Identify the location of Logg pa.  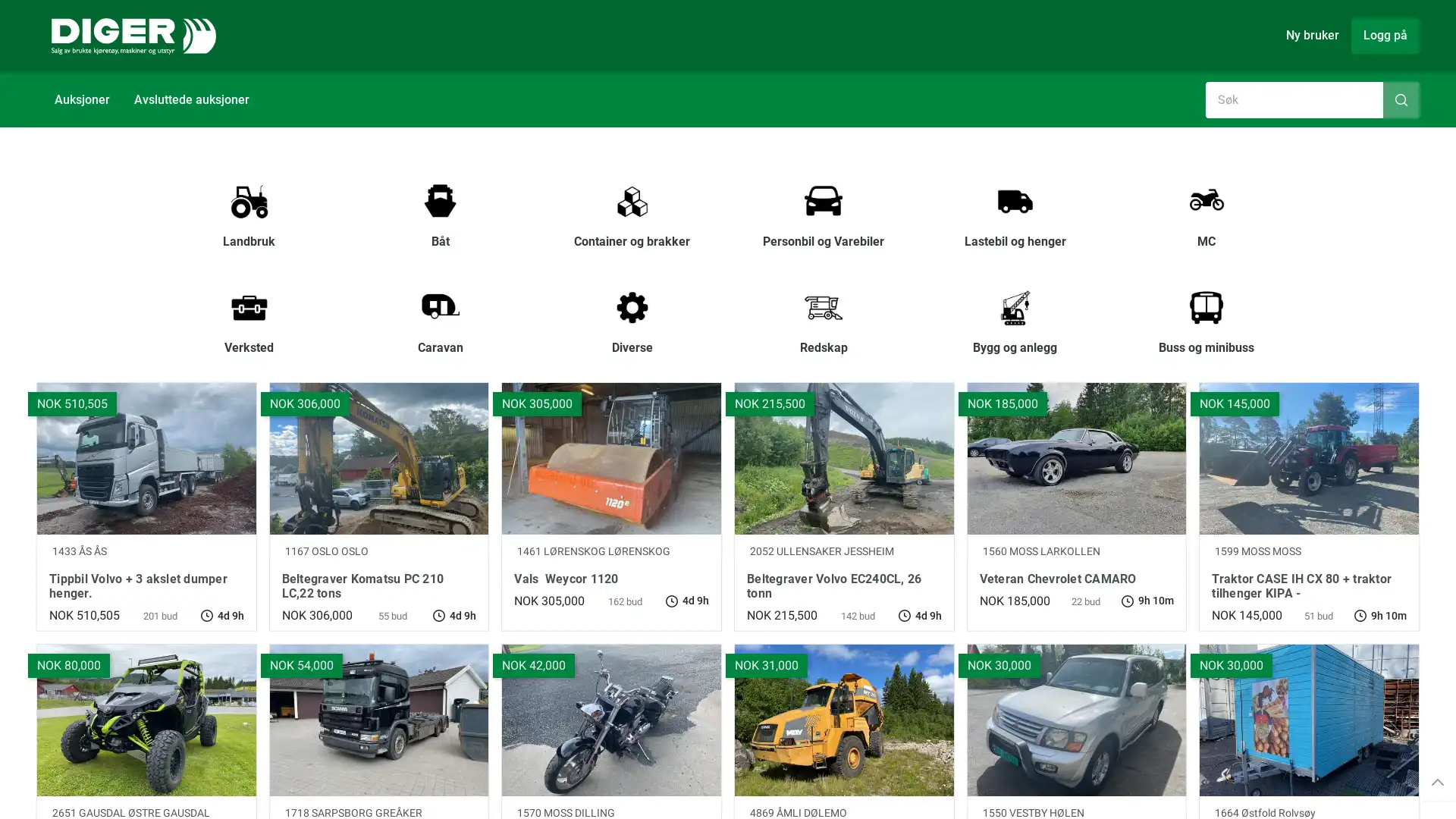
(1385, 34).